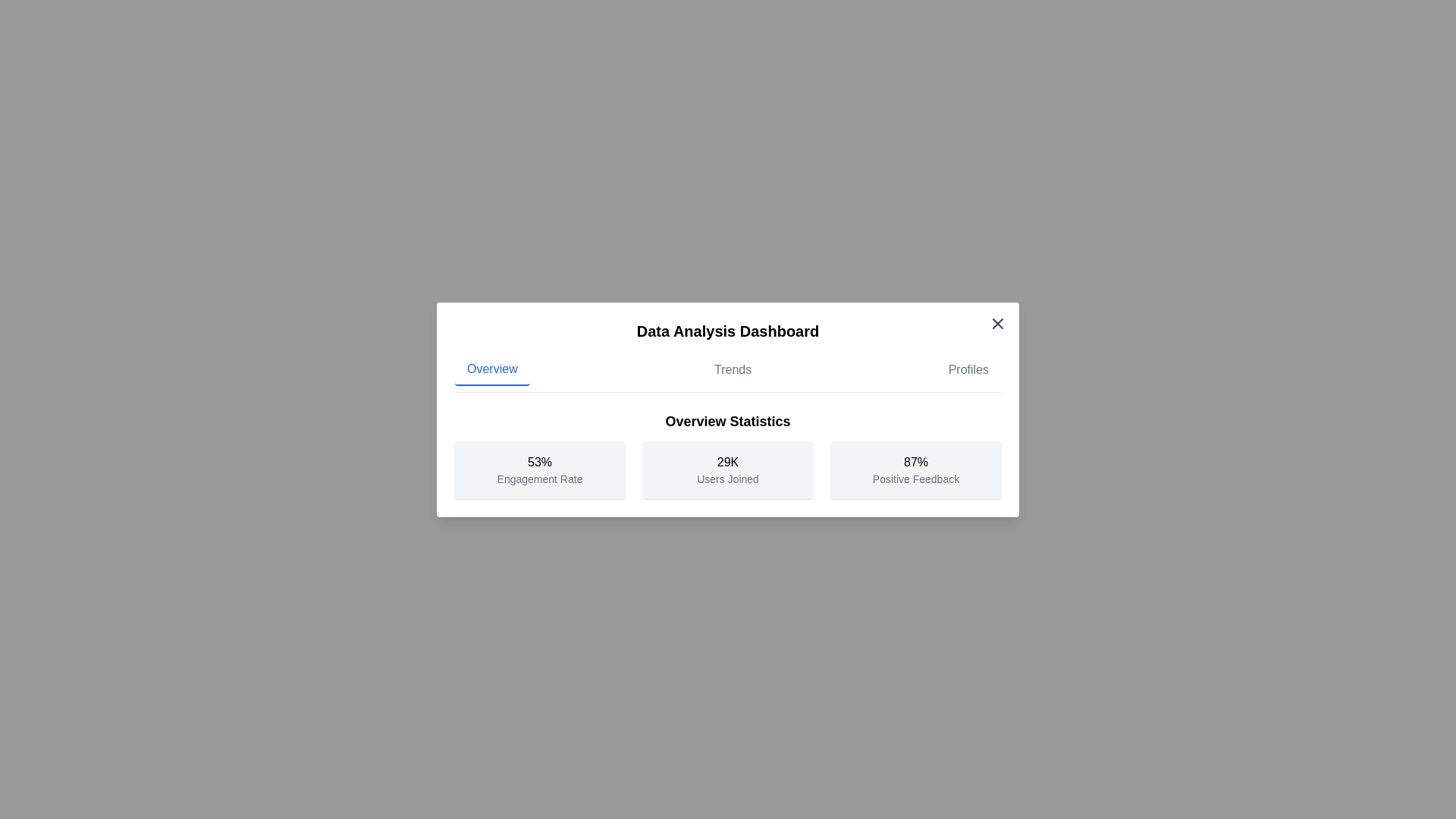 This screenshot has height=819, width=1456. What do you see at coordinates (492, 369) in the screenshot?
I see `the 'Overview' text button` at bounding box center [492, 369].